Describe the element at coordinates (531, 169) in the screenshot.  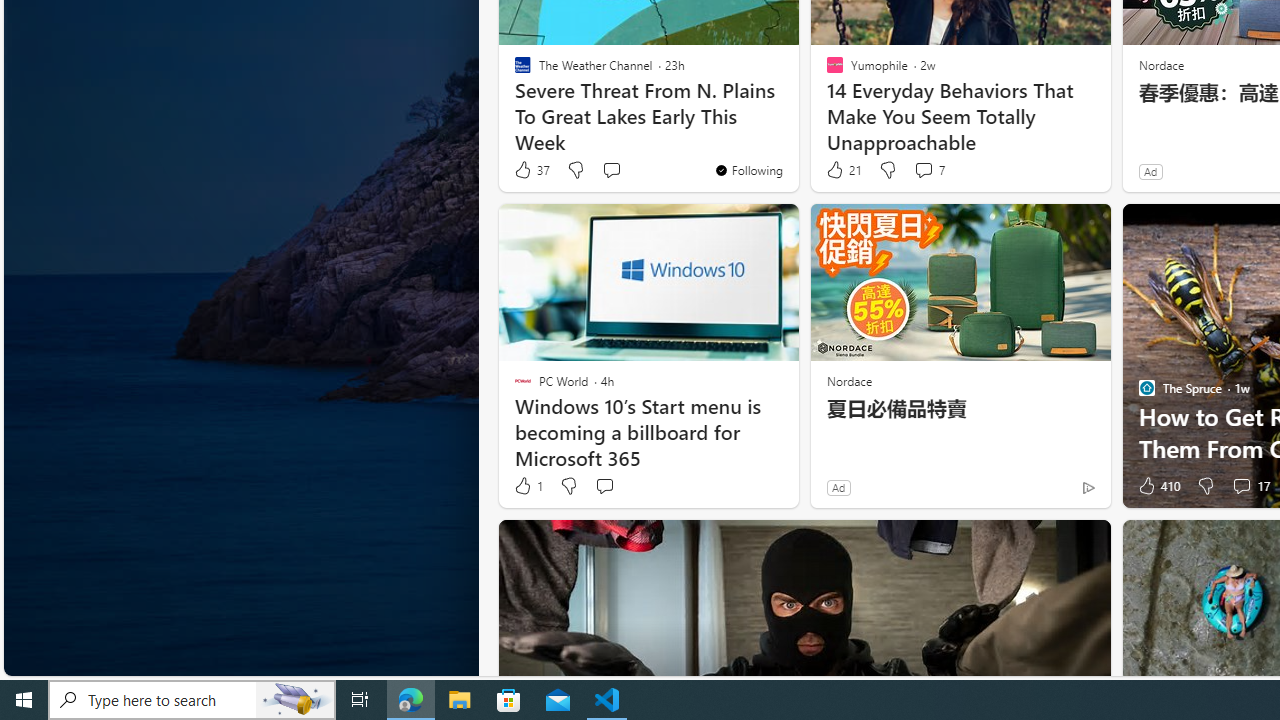
I see `'37 Like'` at that location.